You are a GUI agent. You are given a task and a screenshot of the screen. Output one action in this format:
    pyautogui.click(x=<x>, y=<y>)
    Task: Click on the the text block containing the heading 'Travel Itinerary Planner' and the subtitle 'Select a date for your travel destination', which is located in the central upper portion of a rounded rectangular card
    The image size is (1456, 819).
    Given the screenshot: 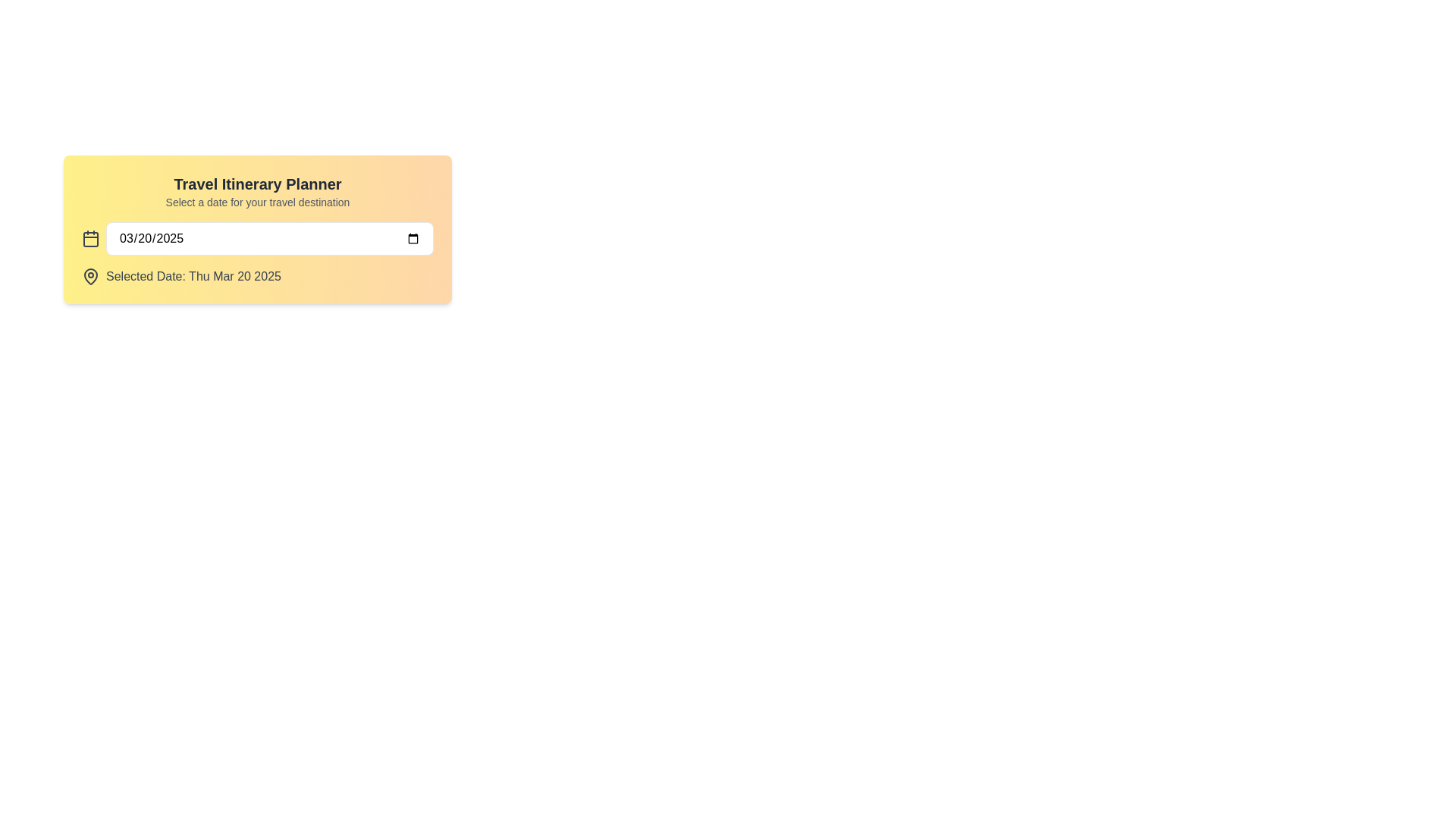 What is the action you would take?
    pyautogui.click(x=258, y=191)
    